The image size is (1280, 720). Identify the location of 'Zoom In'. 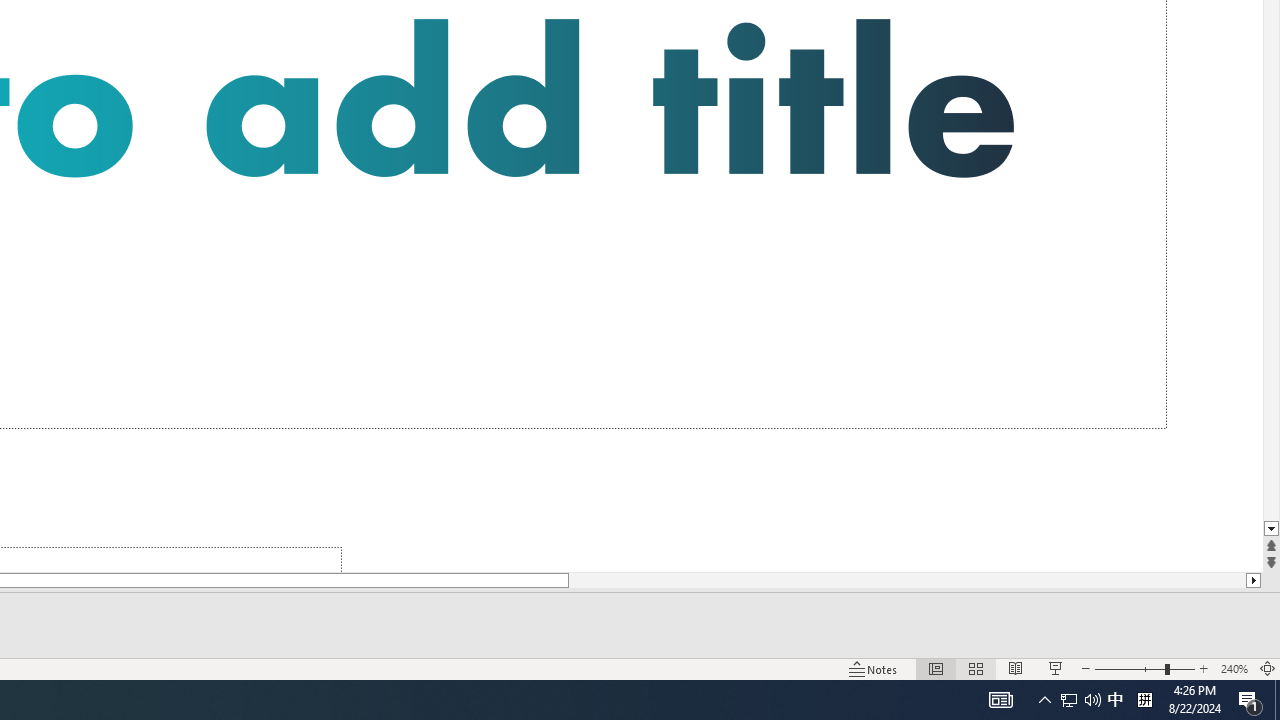
(1203, 669).